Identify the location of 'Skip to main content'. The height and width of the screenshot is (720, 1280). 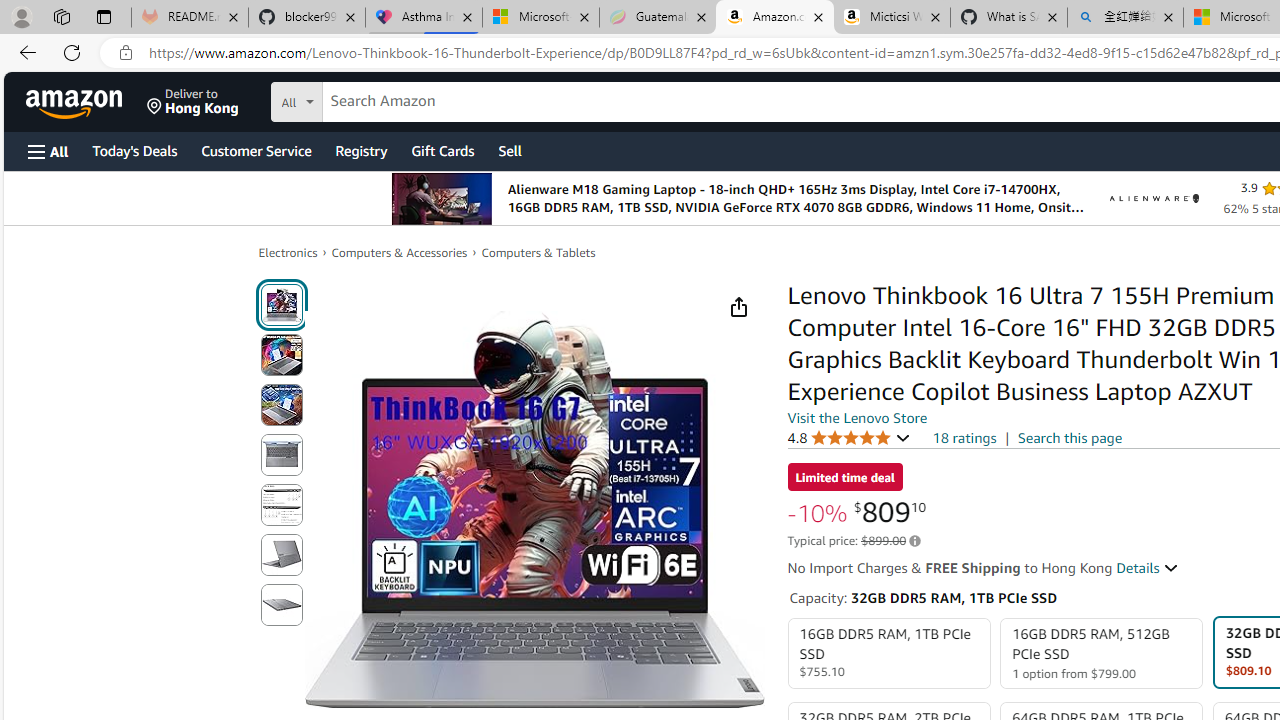
(86, 100).